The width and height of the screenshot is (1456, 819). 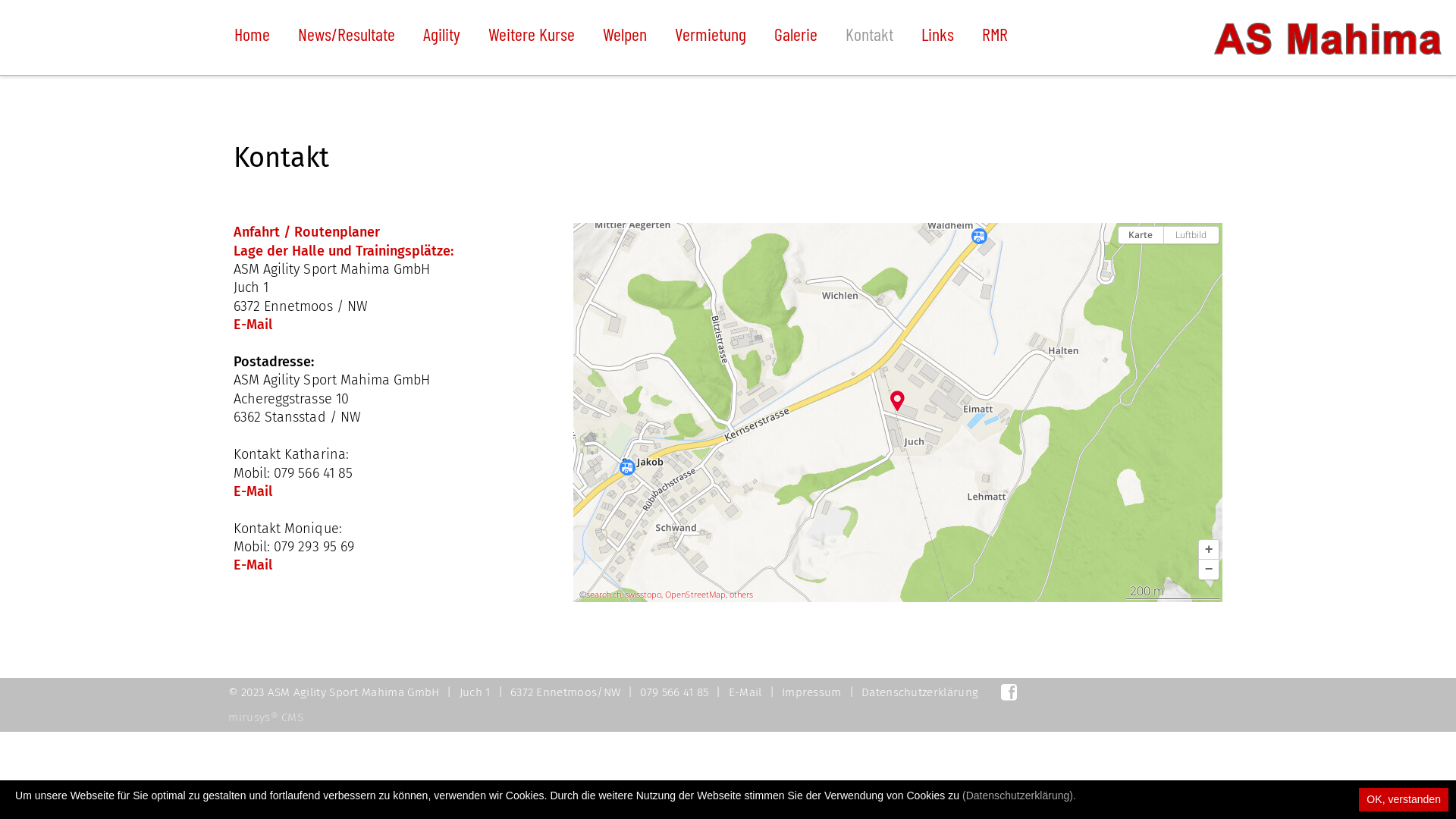 What do you see at coordinates (811, 692) in the screenshot?
I see `'Impressum'` at bounding box center [811, 692].